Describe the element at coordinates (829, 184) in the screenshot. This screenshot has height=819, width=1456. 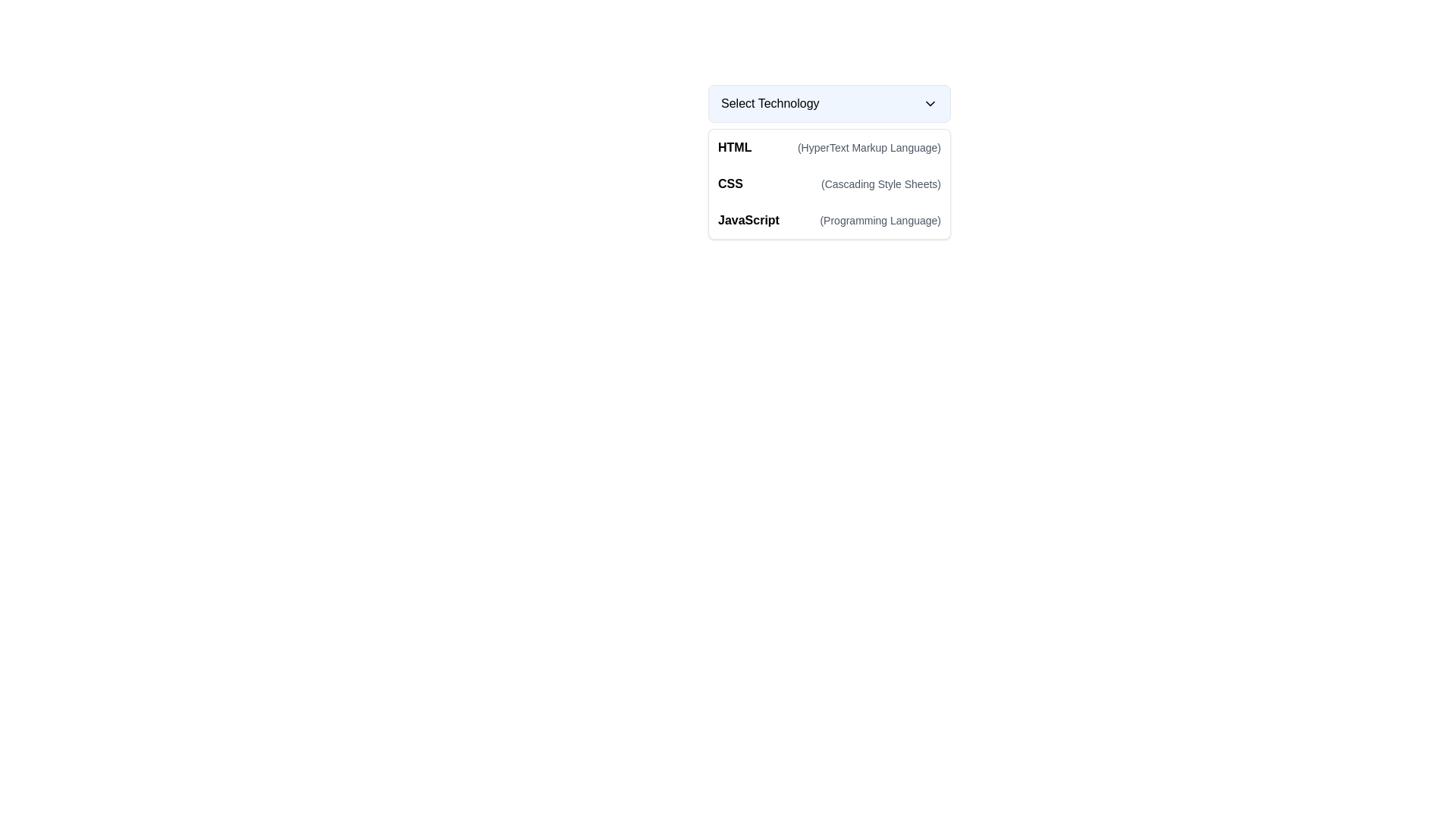
I see `the options in the dropdown menu that appears under the 'Select Technology' button` at that location.